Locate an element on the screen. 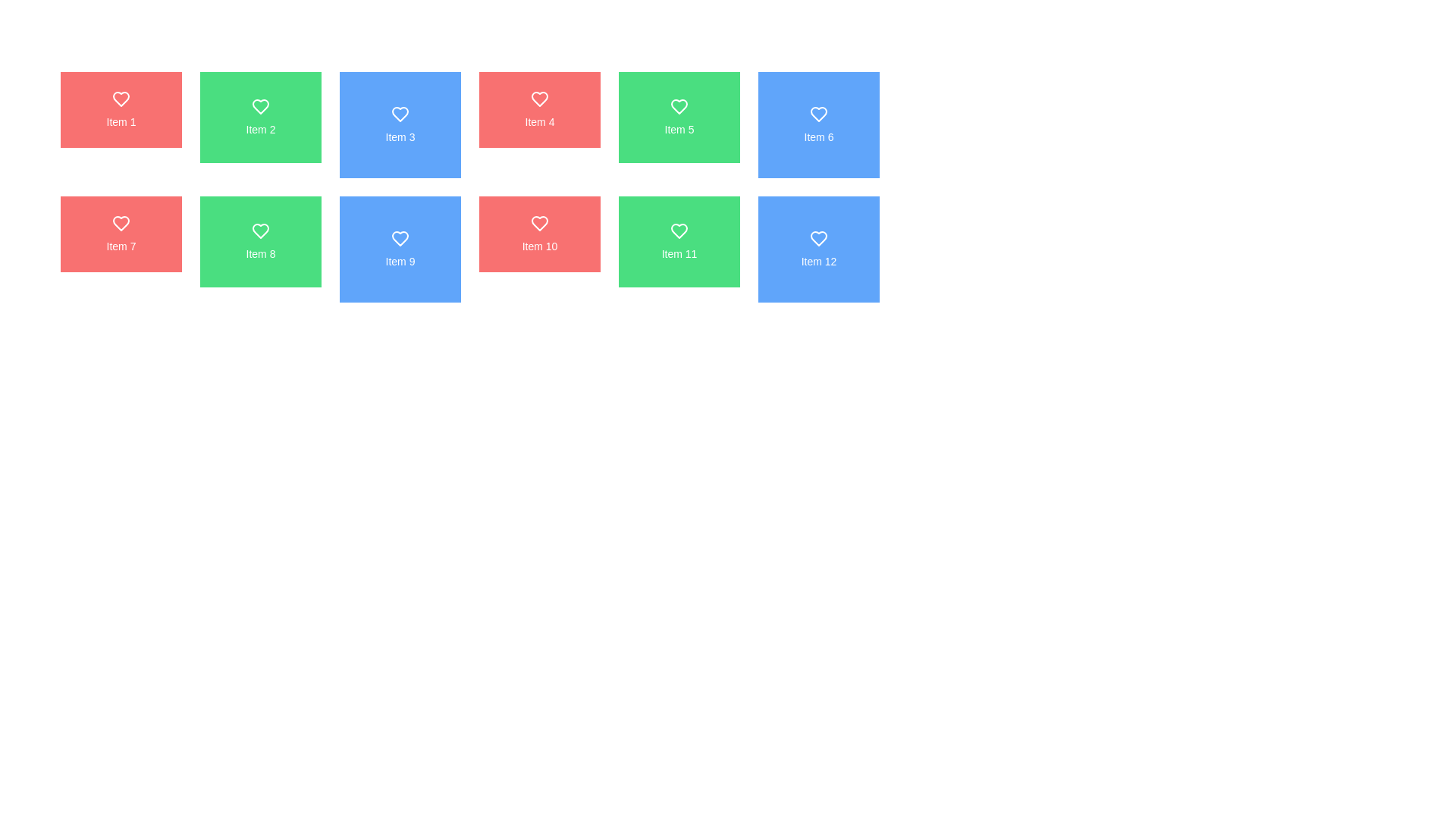 This screenshot has height=819, width=1456. the text label identifying the green rectangular block as 'Item 11', which is located in the second row and second column of the grid layout is located at coordinates (679, 253).